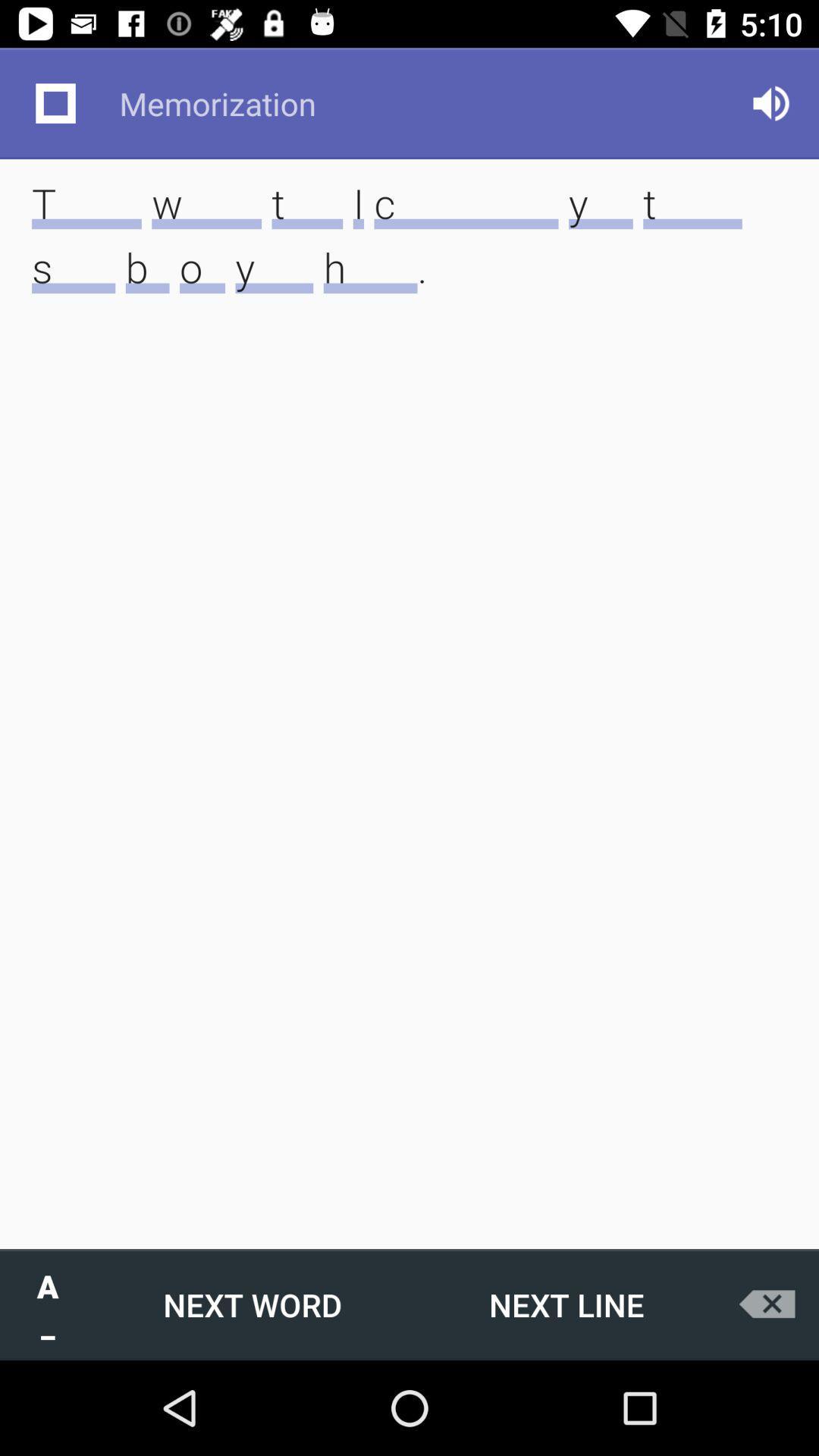 The height and width of the screenshot is (1456, 819). What do you see at coordinates (771, 102) in the screenshot?
I see `icon at the top right corner` at bounding box center [771, 102].